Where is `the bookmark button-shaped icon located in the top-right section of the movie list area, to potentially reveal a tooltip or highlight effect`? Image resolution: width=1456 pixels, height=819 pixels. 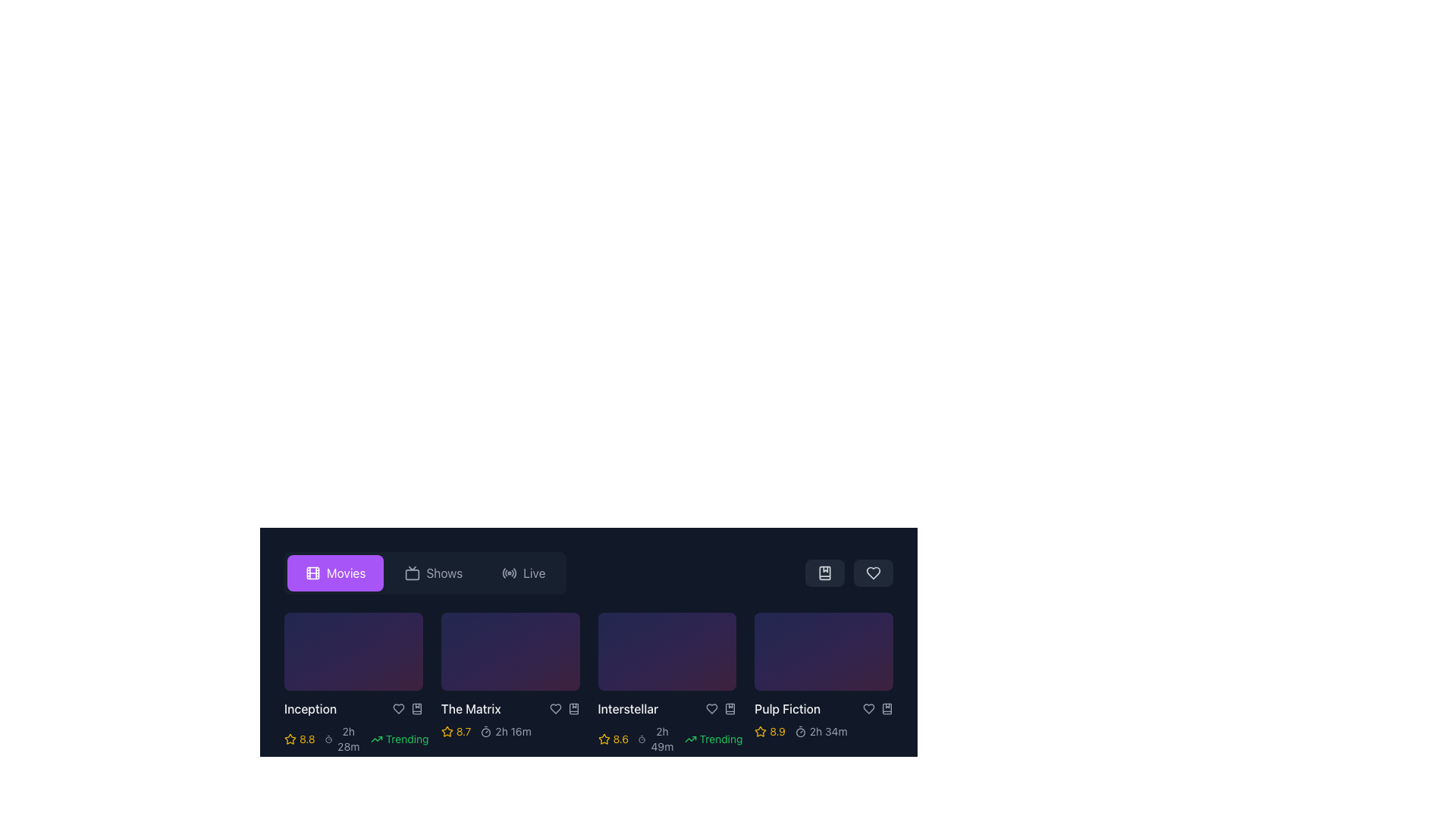
the bookmark button-shaped icon located in the top-right section of the movie list area, to potentially reveal a tooltip or highlight effect is located at coordinates (824, 573).